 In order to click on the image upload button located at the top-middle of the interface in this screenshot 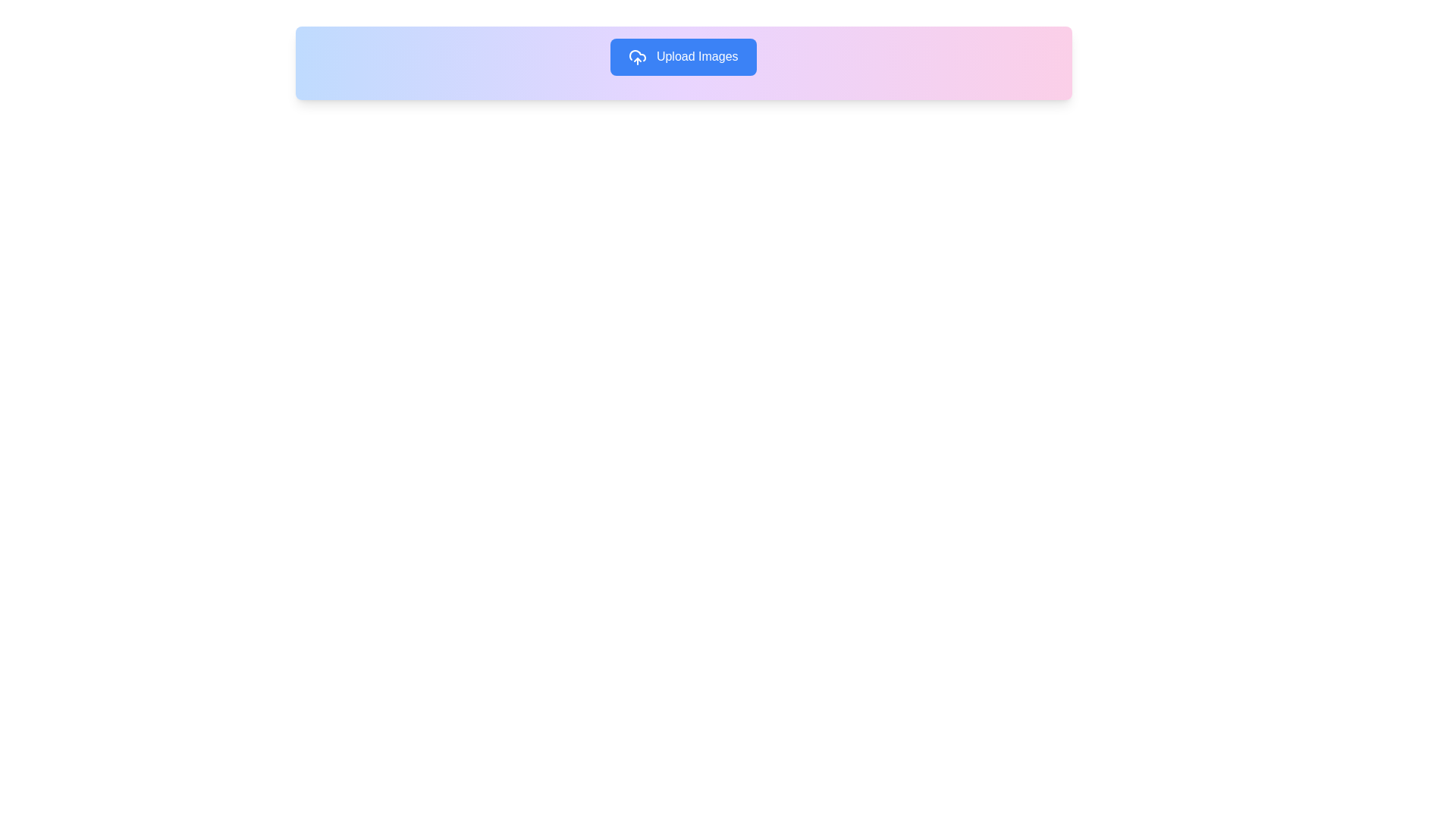, I will do `click(682, 56)`.